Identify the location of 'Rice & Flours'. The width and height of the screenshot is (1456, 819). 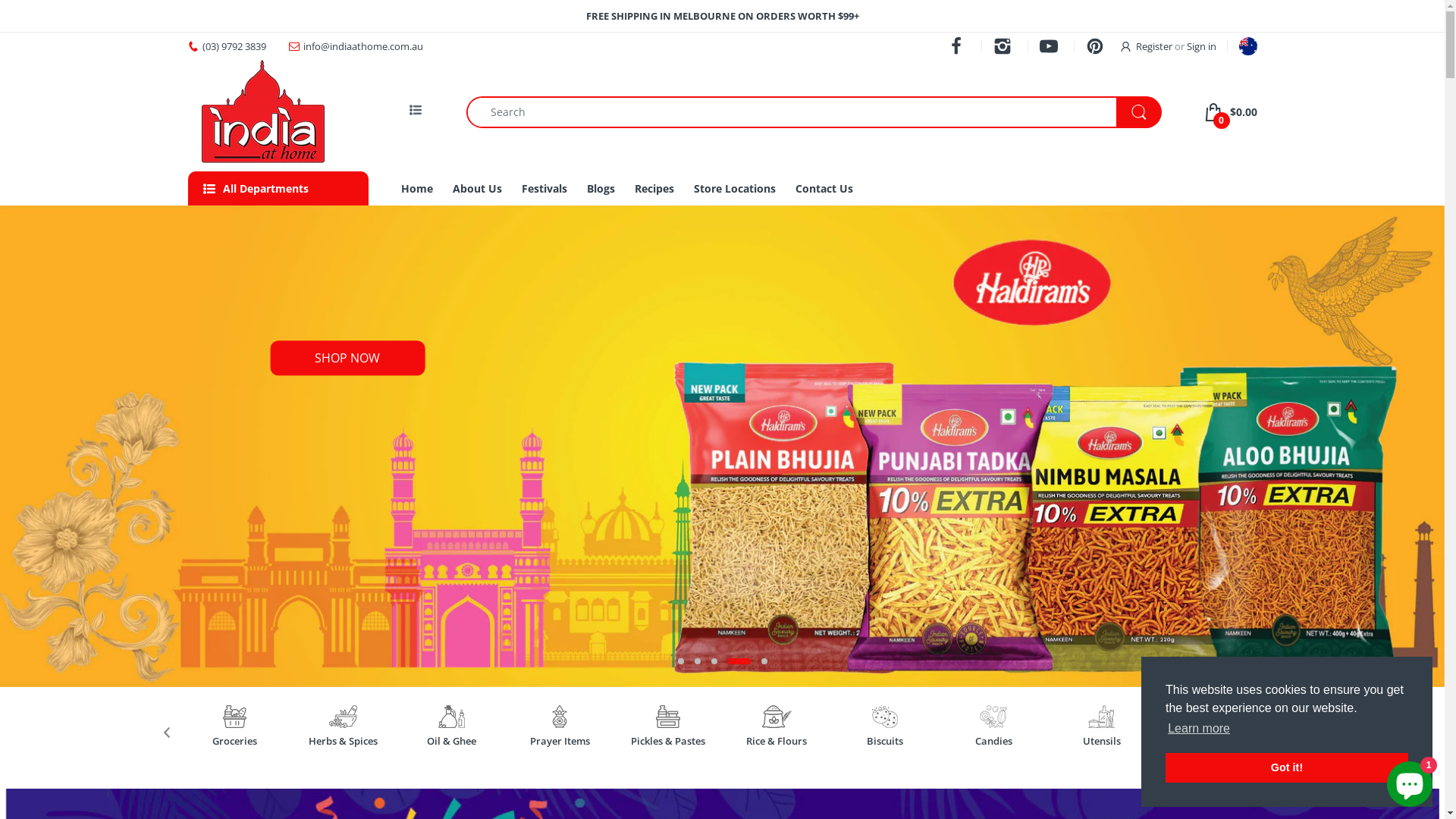
(776, 740).